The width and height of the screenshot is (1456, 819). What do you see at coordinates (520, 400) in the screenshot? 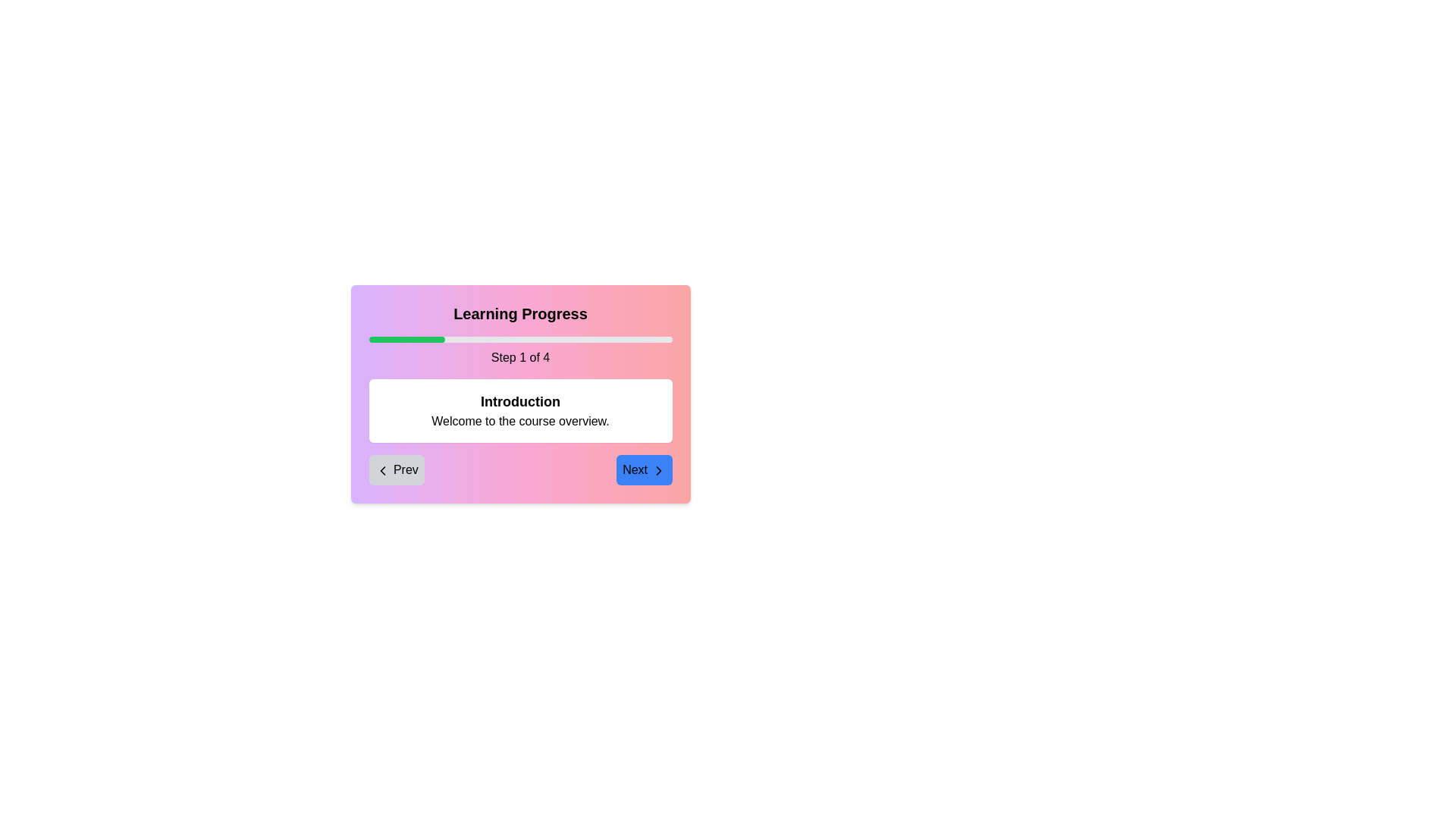
I see `heading text that serves as a title within a card-like component, positioned above the text 'Welcome to the course overview.'` at bounding box center [520, 400].